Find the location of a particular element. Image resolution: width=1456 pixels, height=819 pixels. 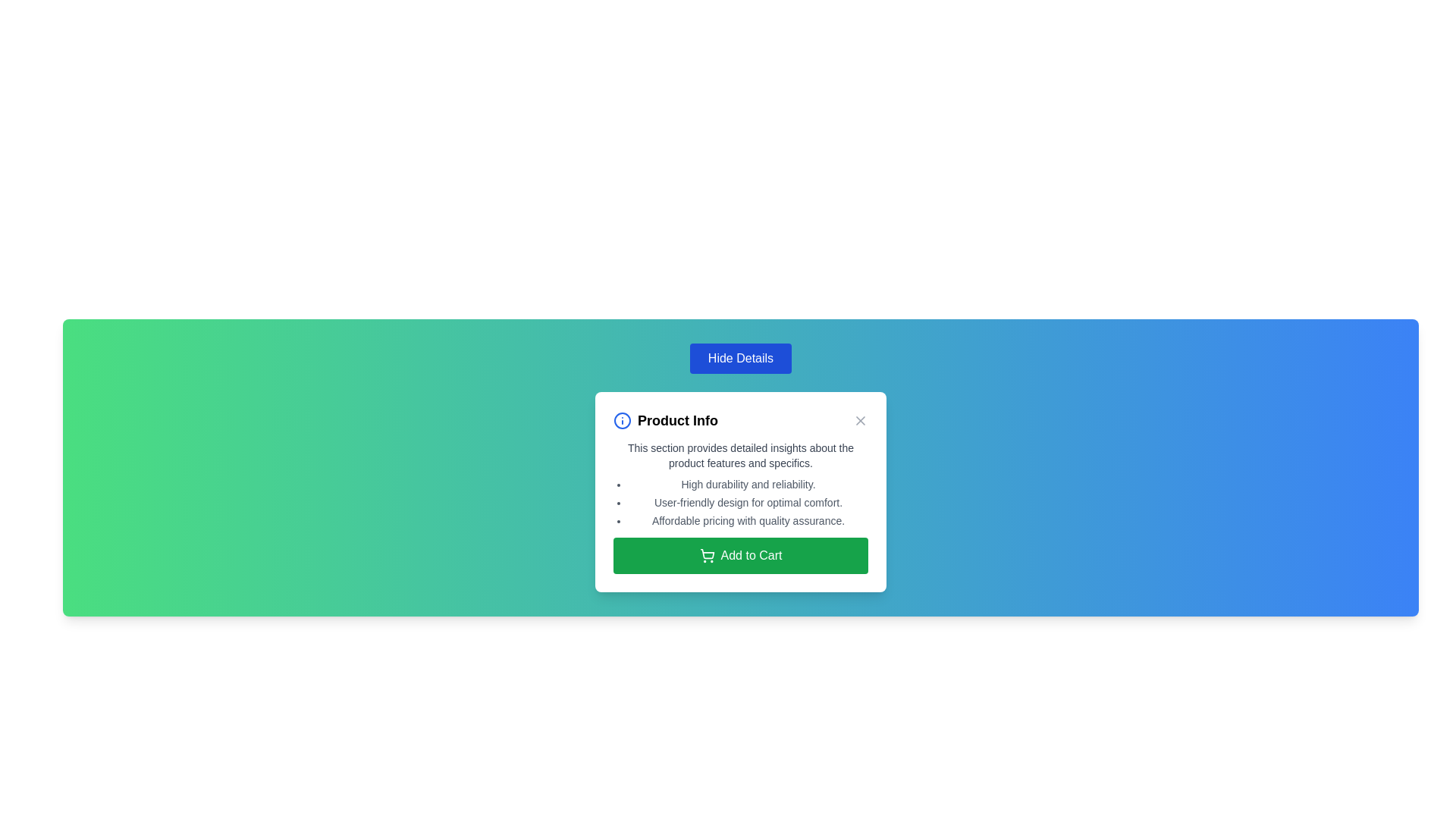

informative text in the third position of the bulleted list inside the 'Product Info' modal is located at coordinates (748, 519).